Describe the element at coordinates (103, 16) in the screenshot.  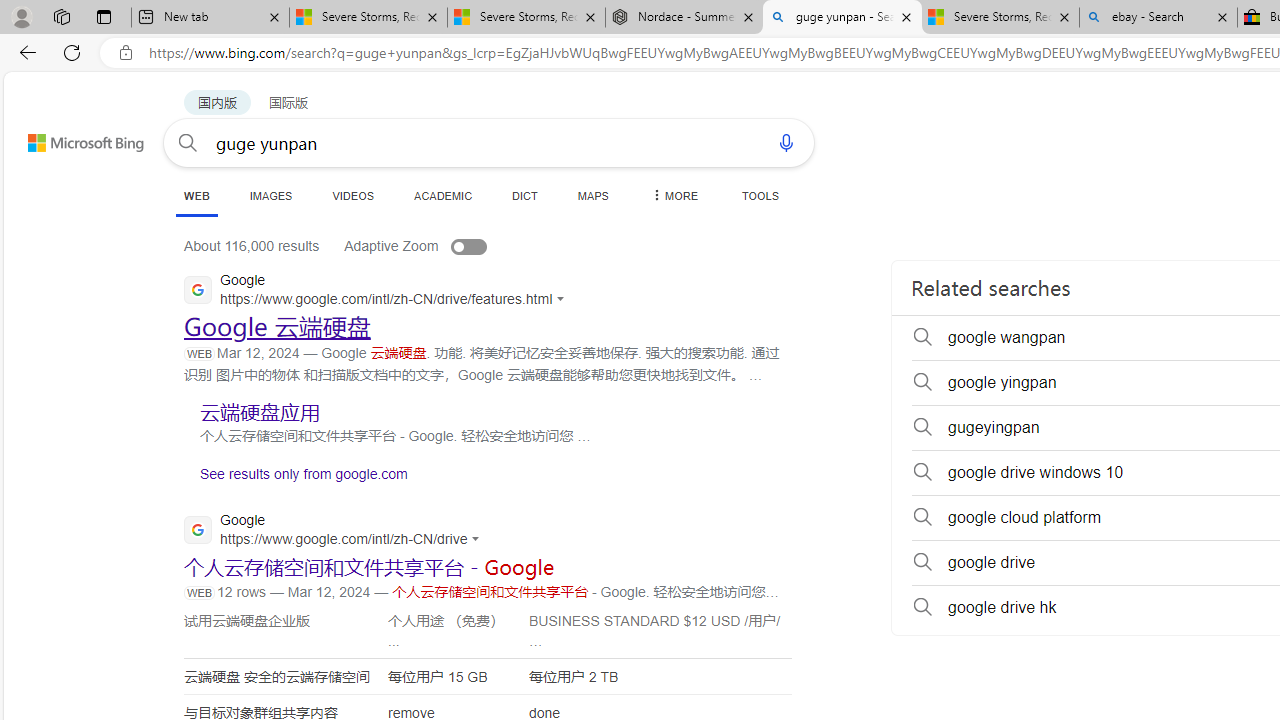
I see `'Tab actions menu'` at that location.